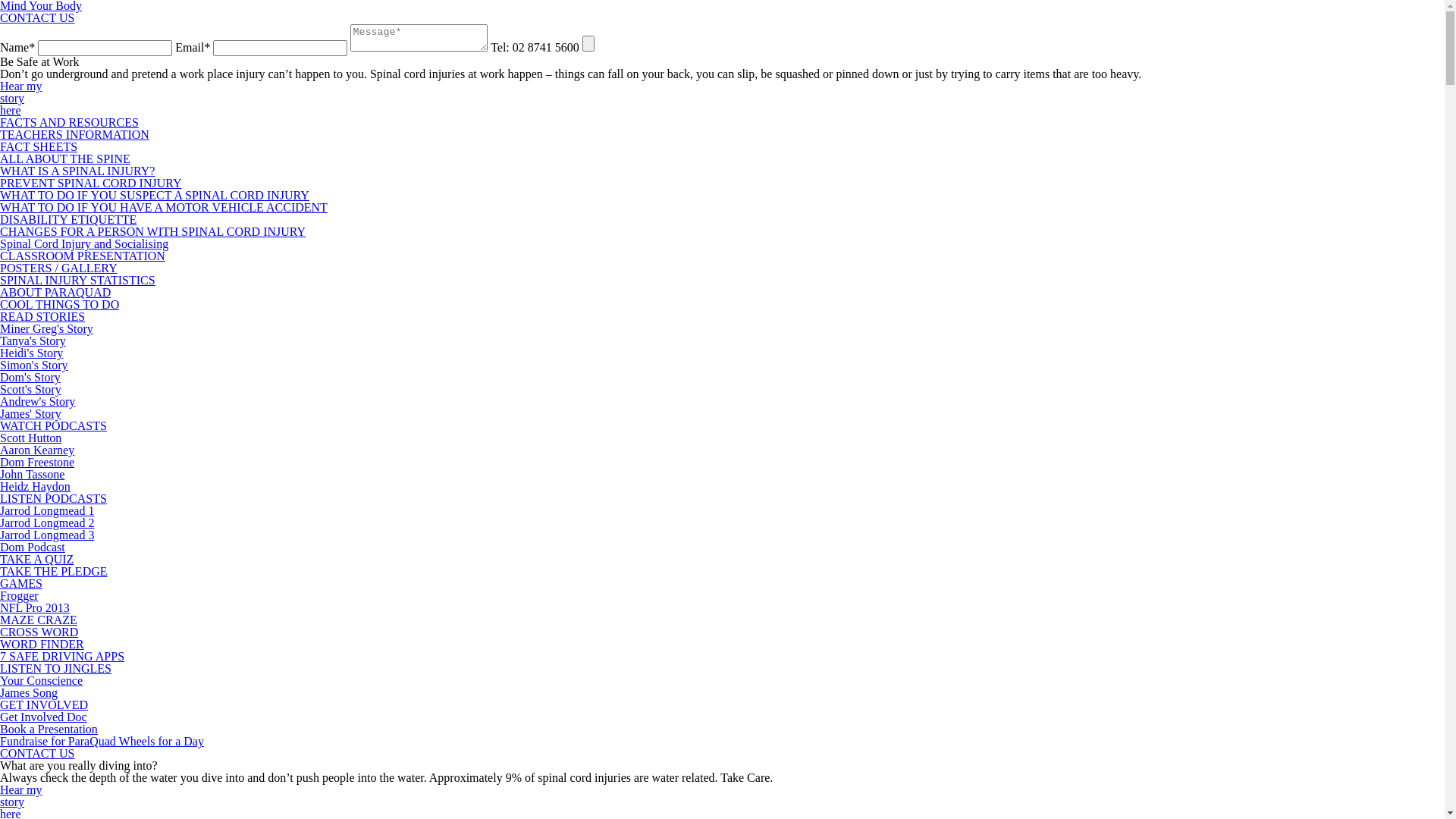 This screenshot has width=1456, height=819. I want to click on 'Spinal Cord Injury and Socialising', so click(0, 243).